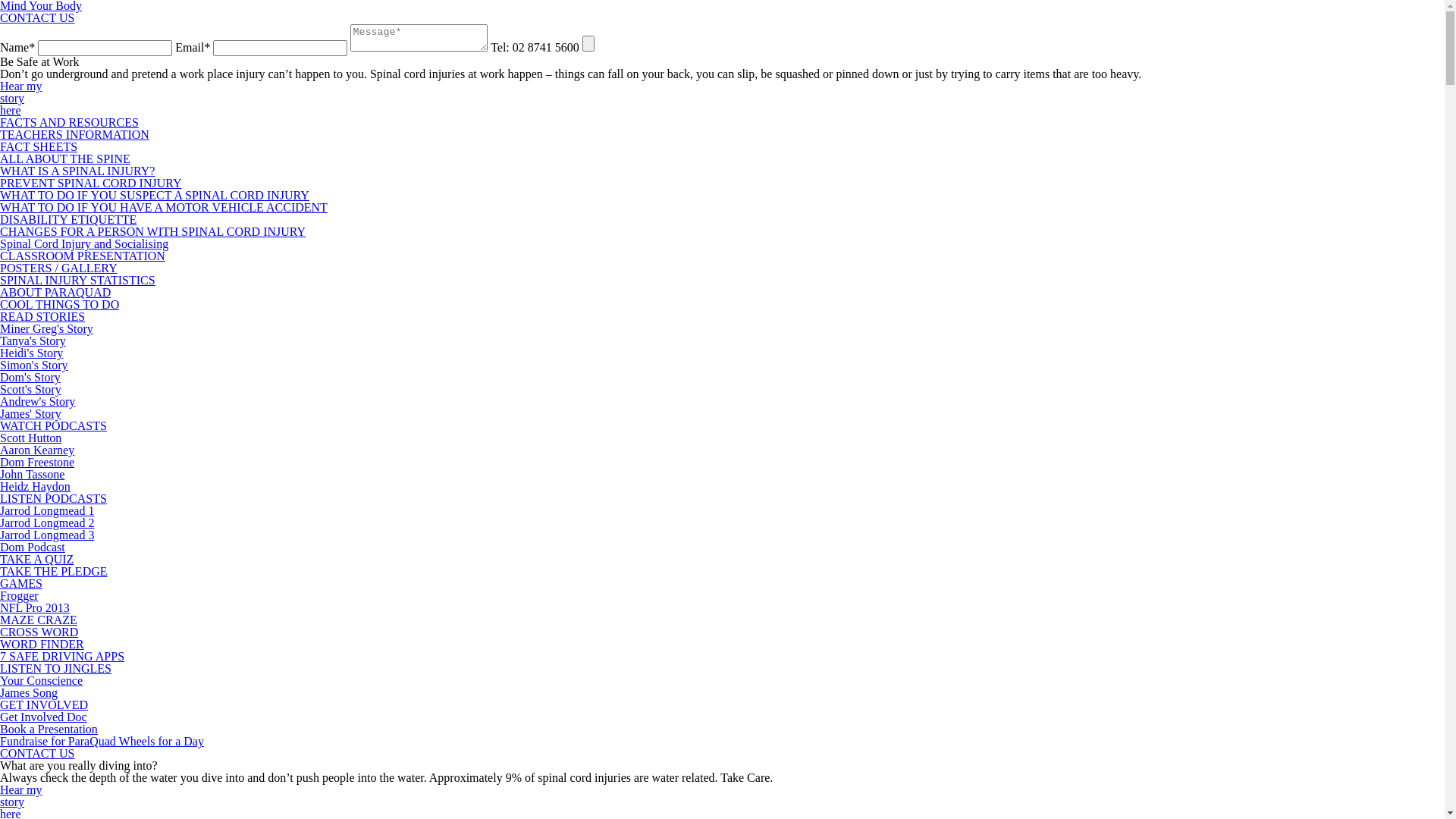 This screenshot has width=1456, height=819. I want to click on 'Spinal Cord Injury and Socialising', so click(0, 243).